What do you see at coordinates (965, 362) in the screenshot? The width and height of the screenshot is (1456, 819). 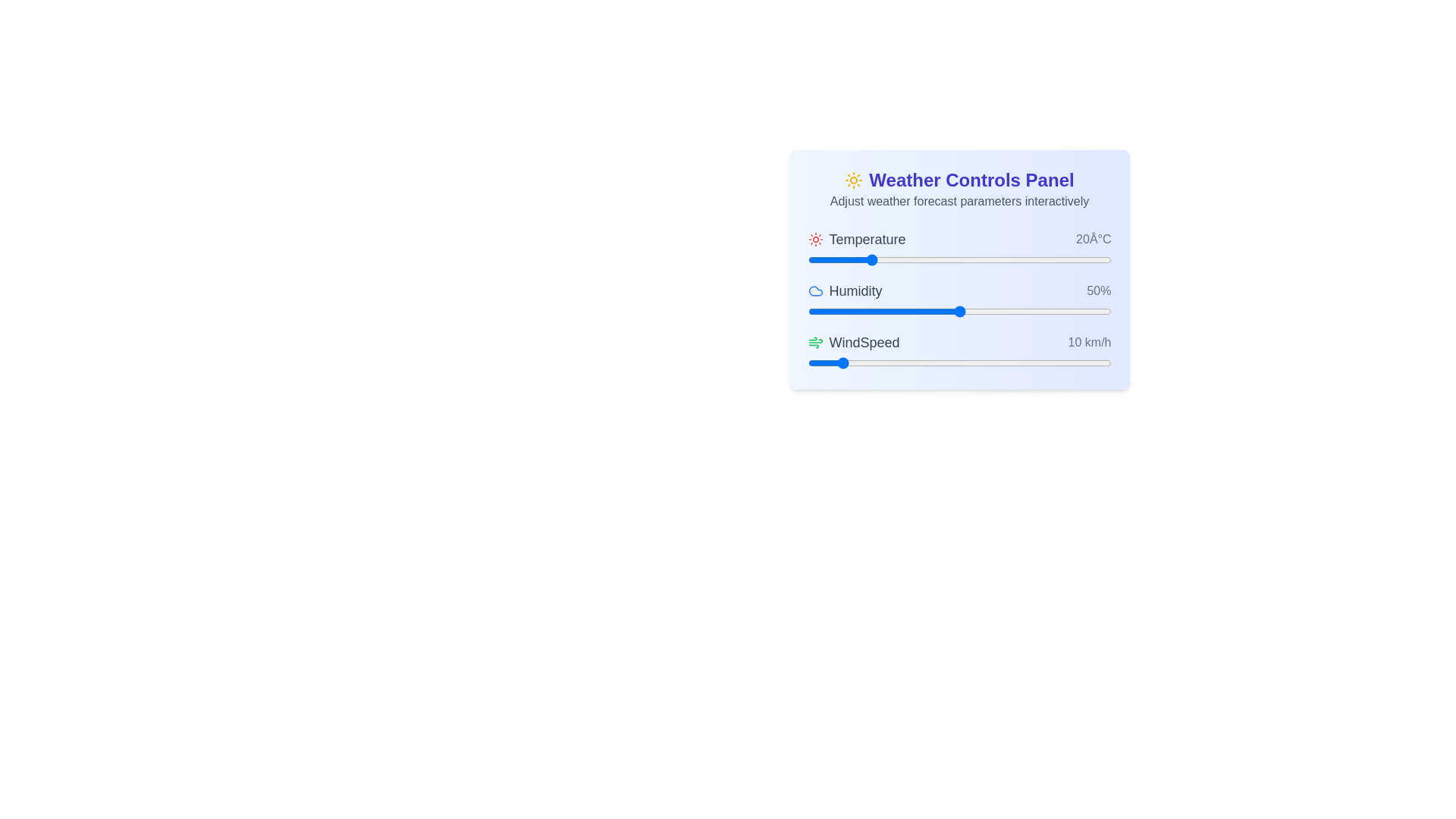 I see `the wind speed slider to set the wind speed to 52 km/h` at bounding box center [965, 362].